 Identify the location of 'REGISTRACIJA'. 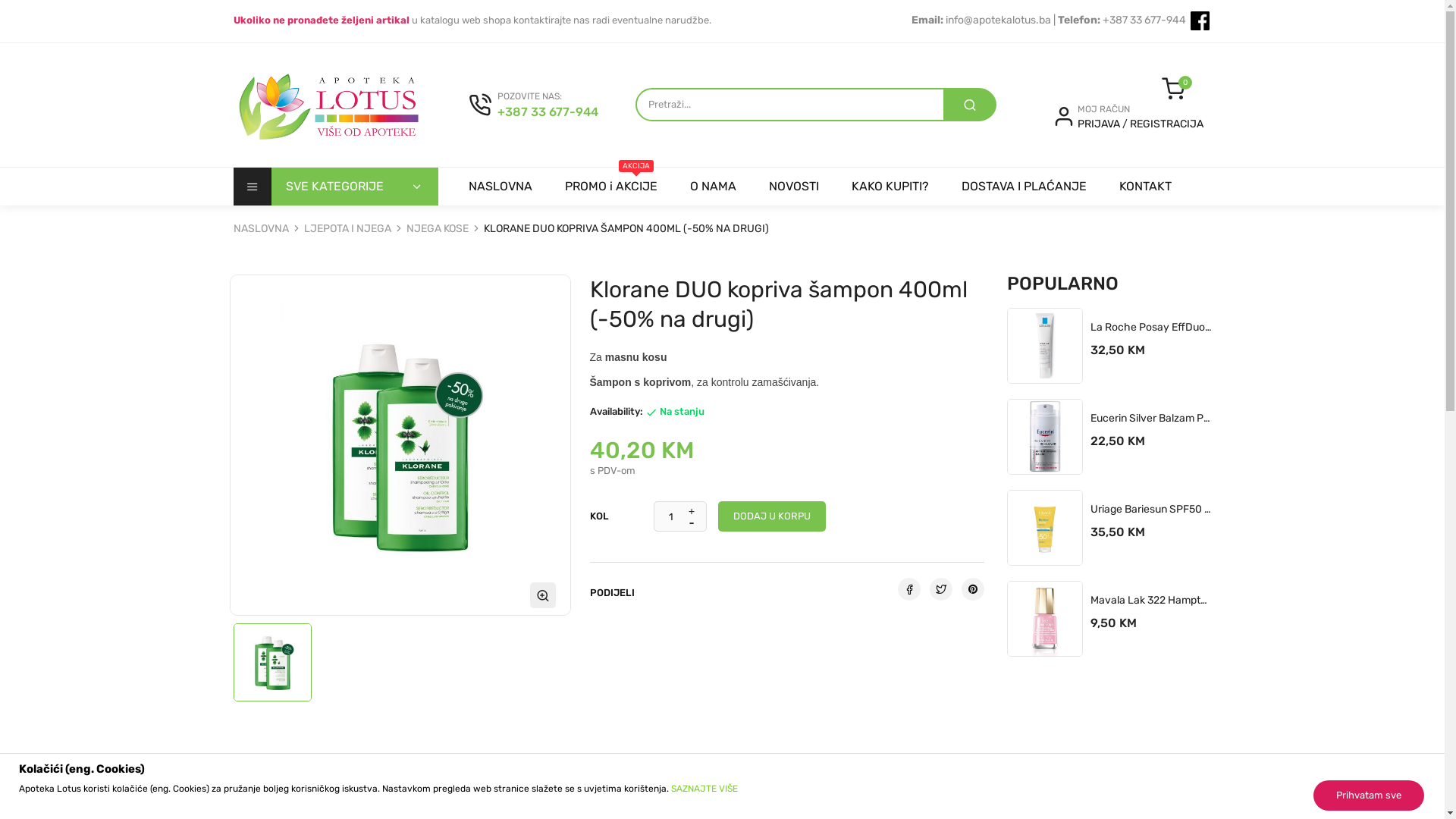
(1129, 123).